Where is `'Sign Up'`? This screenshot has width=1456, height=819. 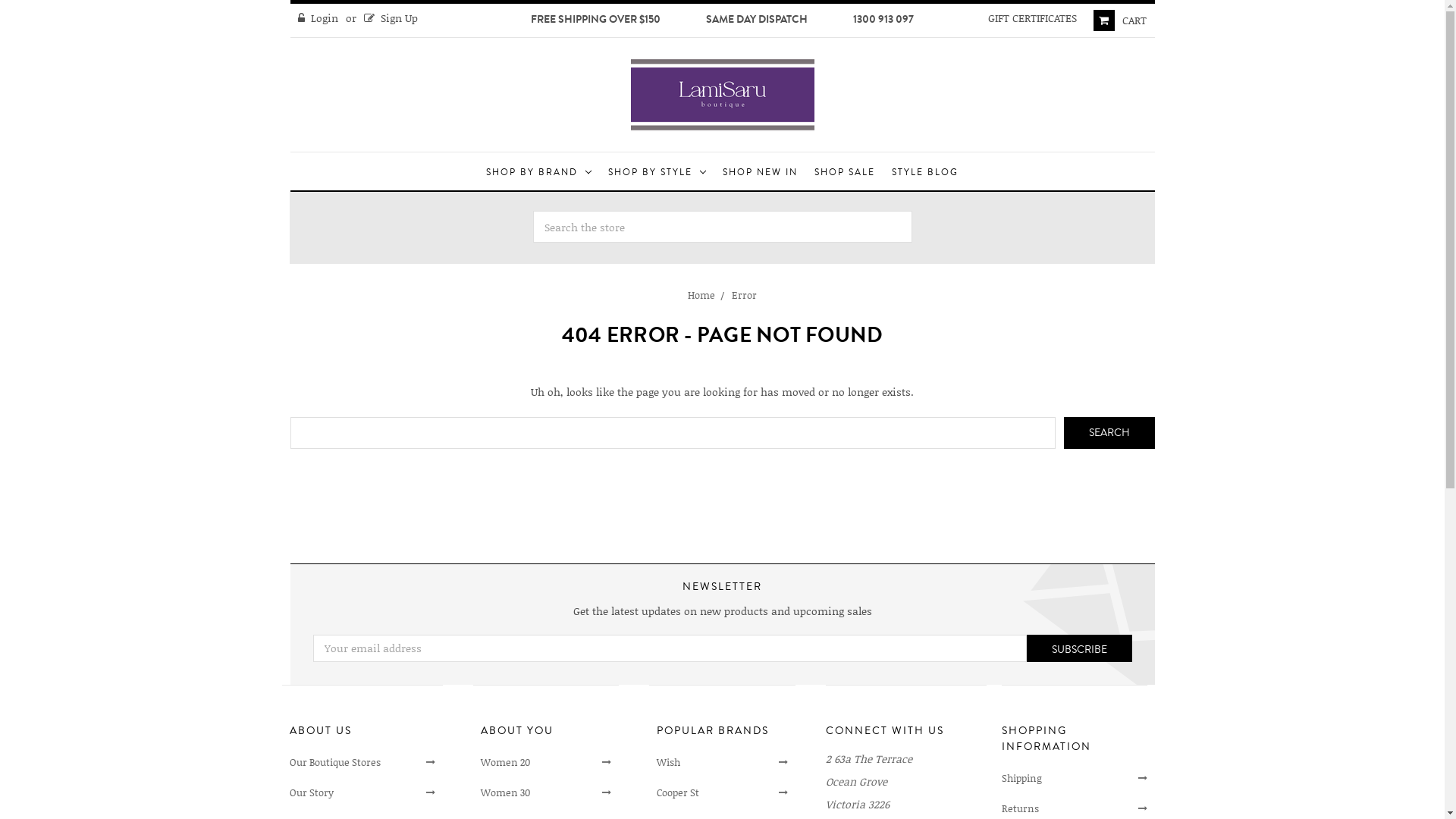 'Sign Up' is located at coordinates (391, 17).